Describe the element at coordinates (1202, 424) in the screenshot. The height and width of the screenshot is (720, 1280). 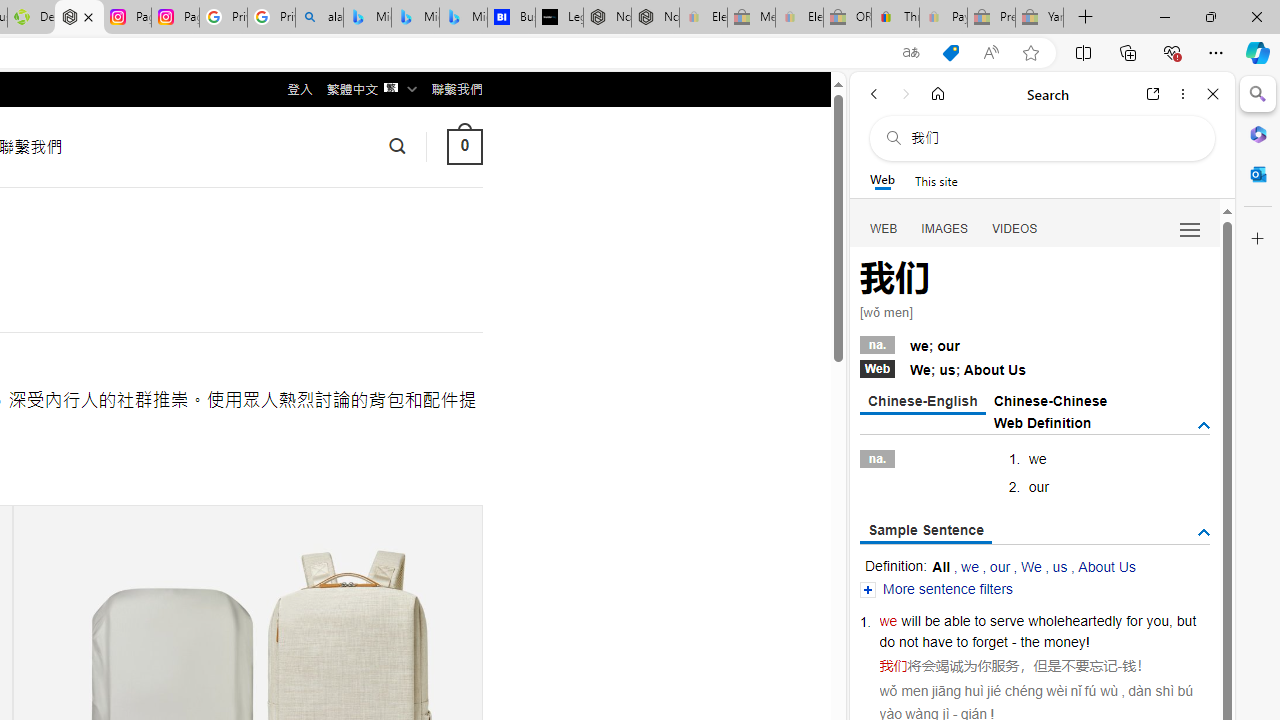
I see `'AutomationID: tgdef'` at that location.